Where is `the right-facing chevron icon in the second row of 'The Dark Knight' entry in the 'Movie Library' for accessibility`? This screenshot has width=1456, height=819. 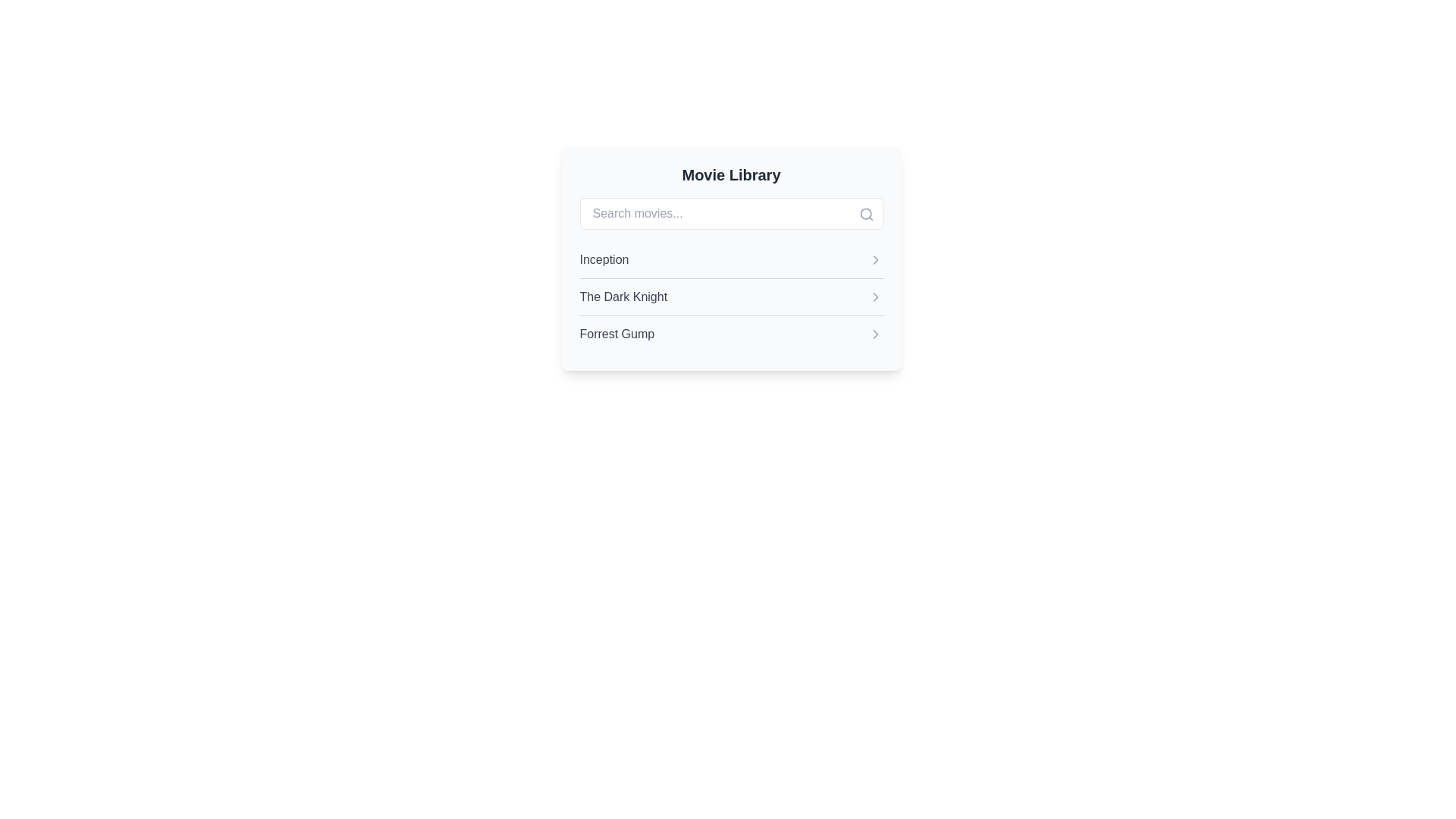
the right-facing chevron icon in the second row of 'The Dark Knight' entry in the 'Movie Library' for accessibility is located at coordinates (875, 297).